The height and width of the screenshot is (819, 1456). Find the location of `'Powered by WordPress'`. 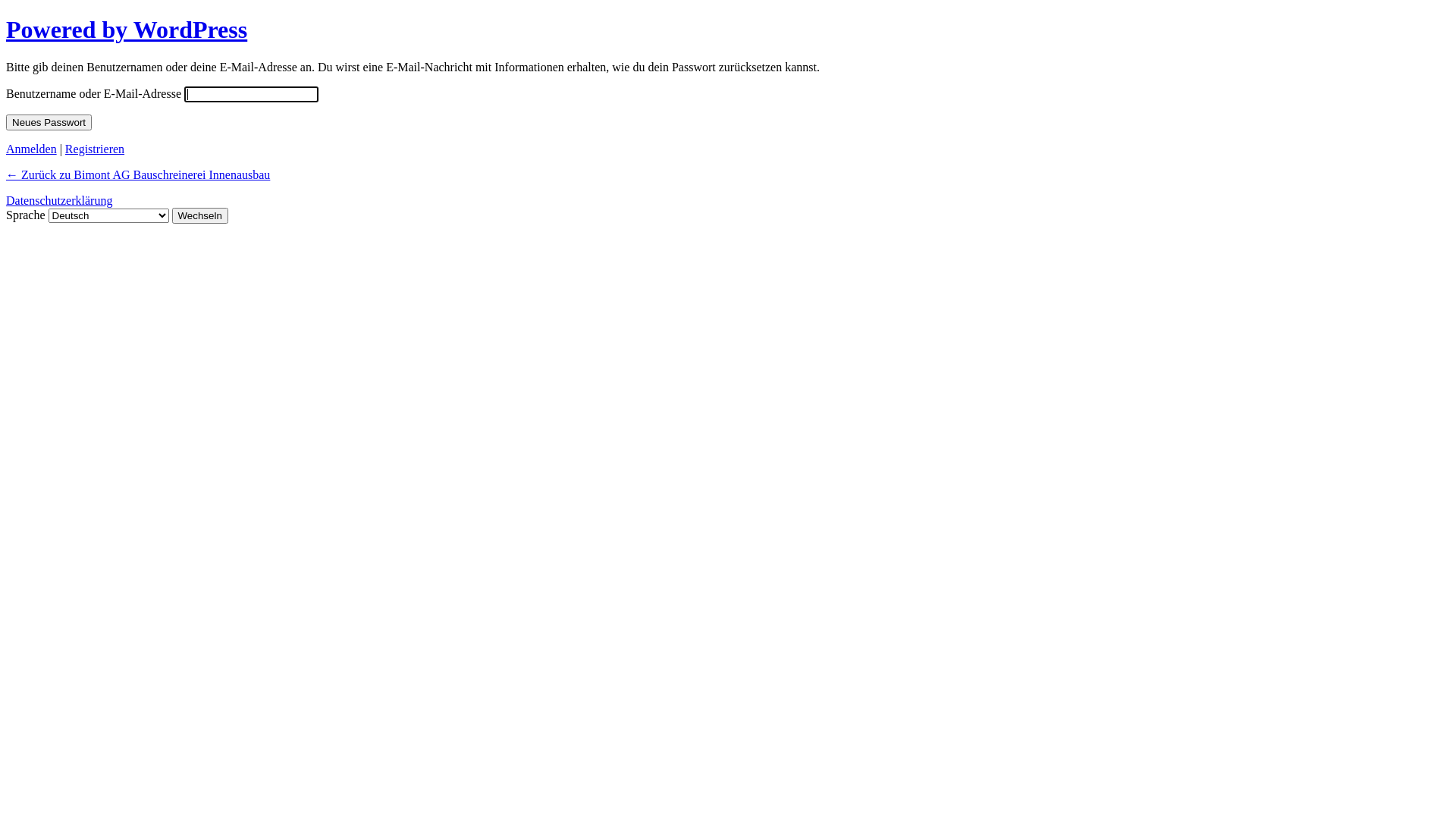

'Powered by WordPress' is located at coordinates (6, 29).